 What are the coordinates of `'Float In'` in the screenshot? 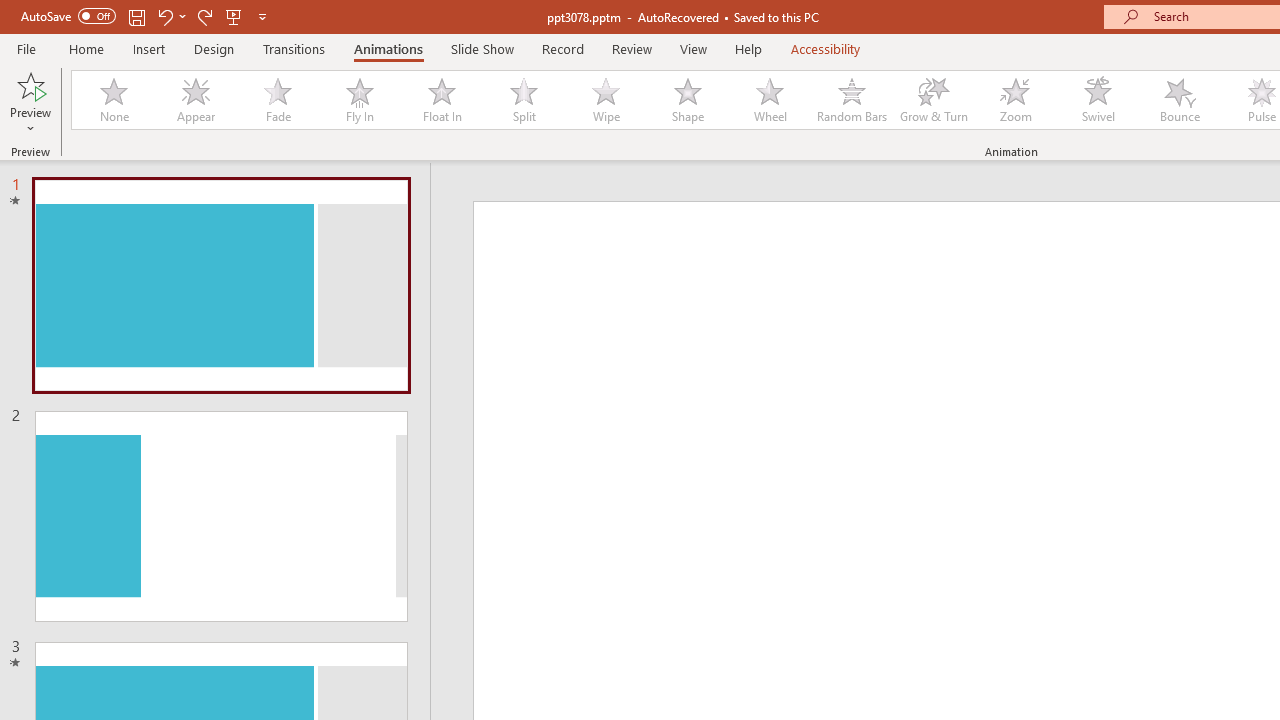 It's located at (440, 100).